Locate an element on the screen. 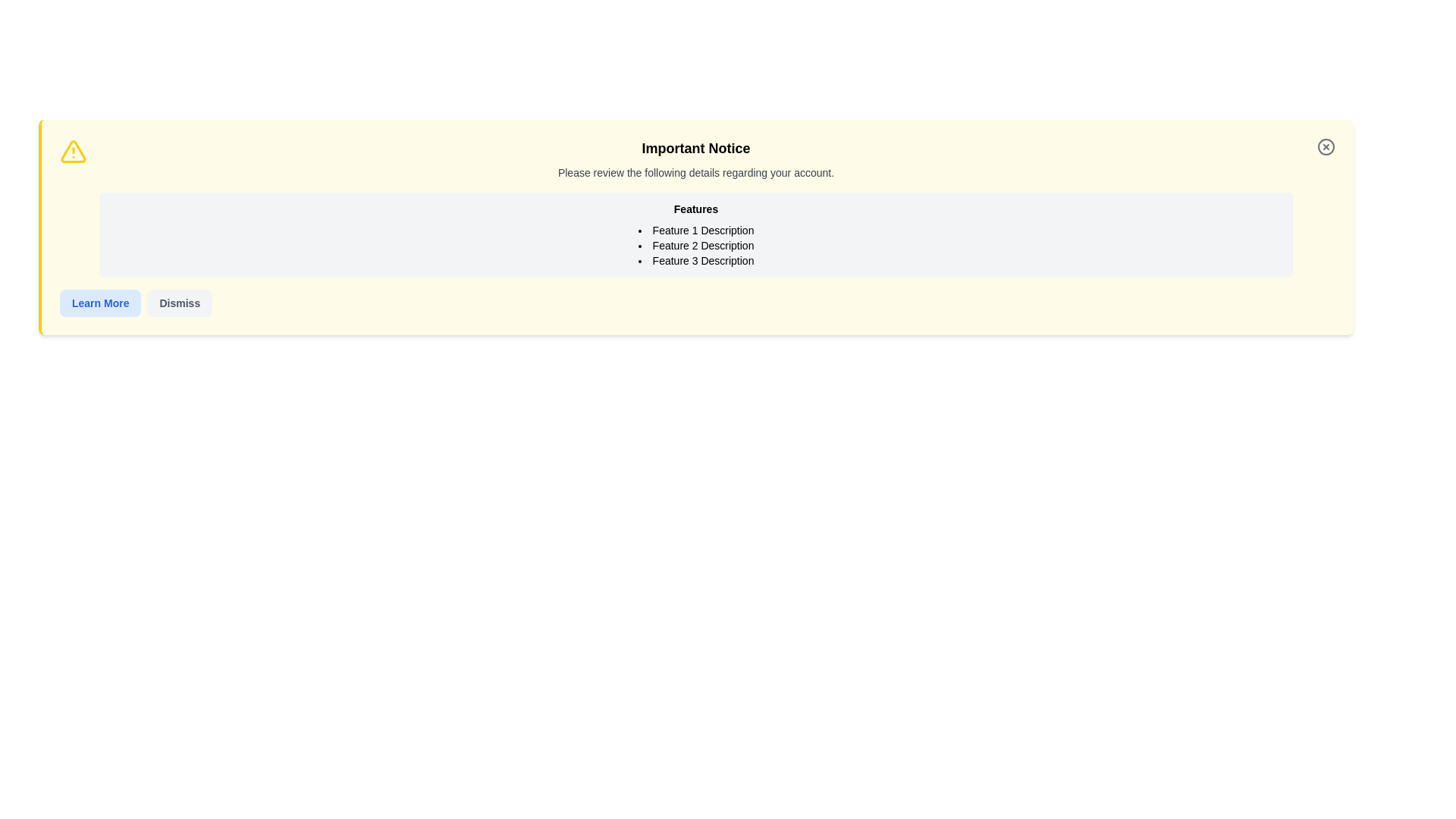 The width and height of the screenshot is (1456, 819). the bulleted list containing 'Feature 1 Description', 'Feature 2 Description', and 'Feature 3 Description' for accessibility navigation is located at coordinates (695, 245).